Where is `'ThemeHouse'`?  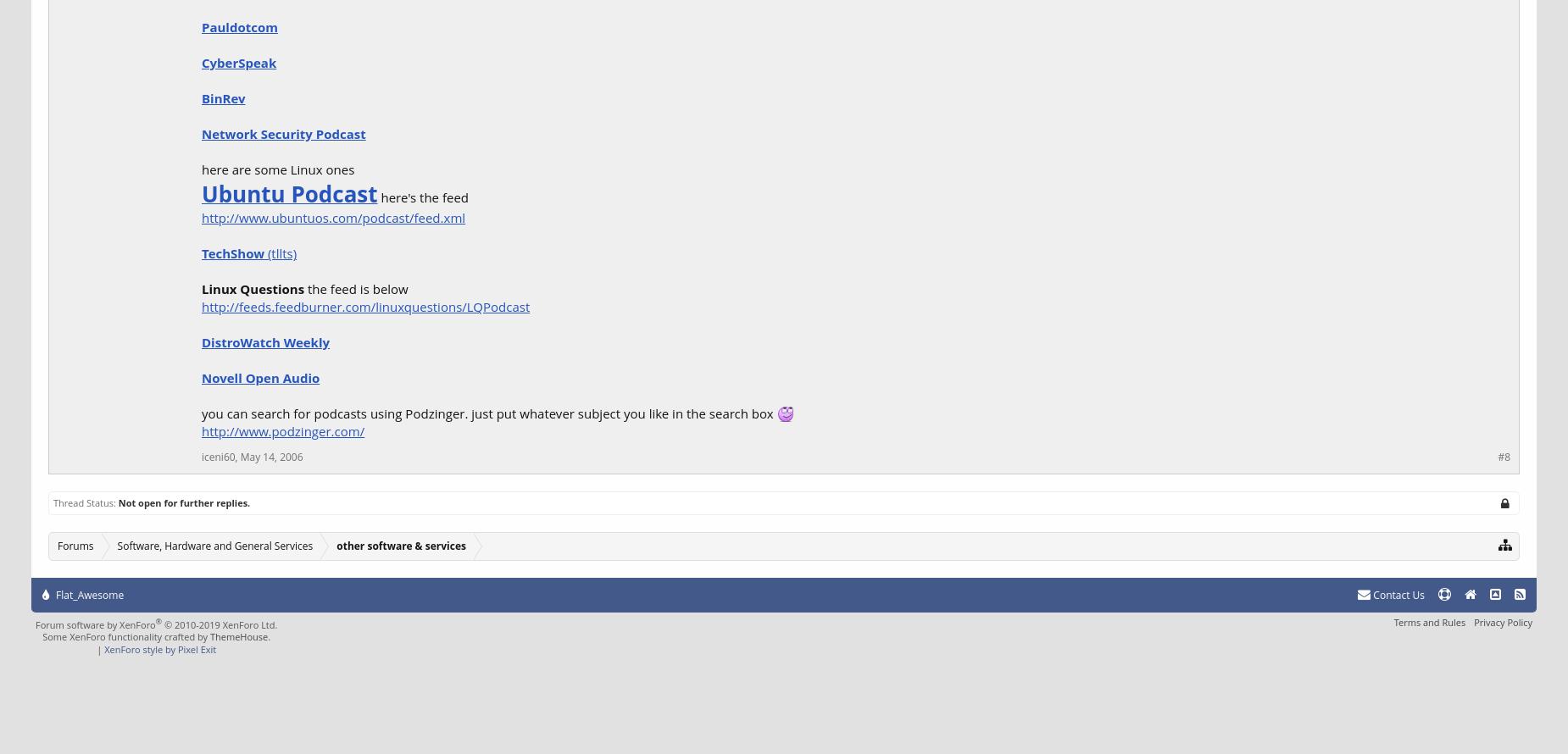 'ThemeHouse' is located at coordinates (237, 636).